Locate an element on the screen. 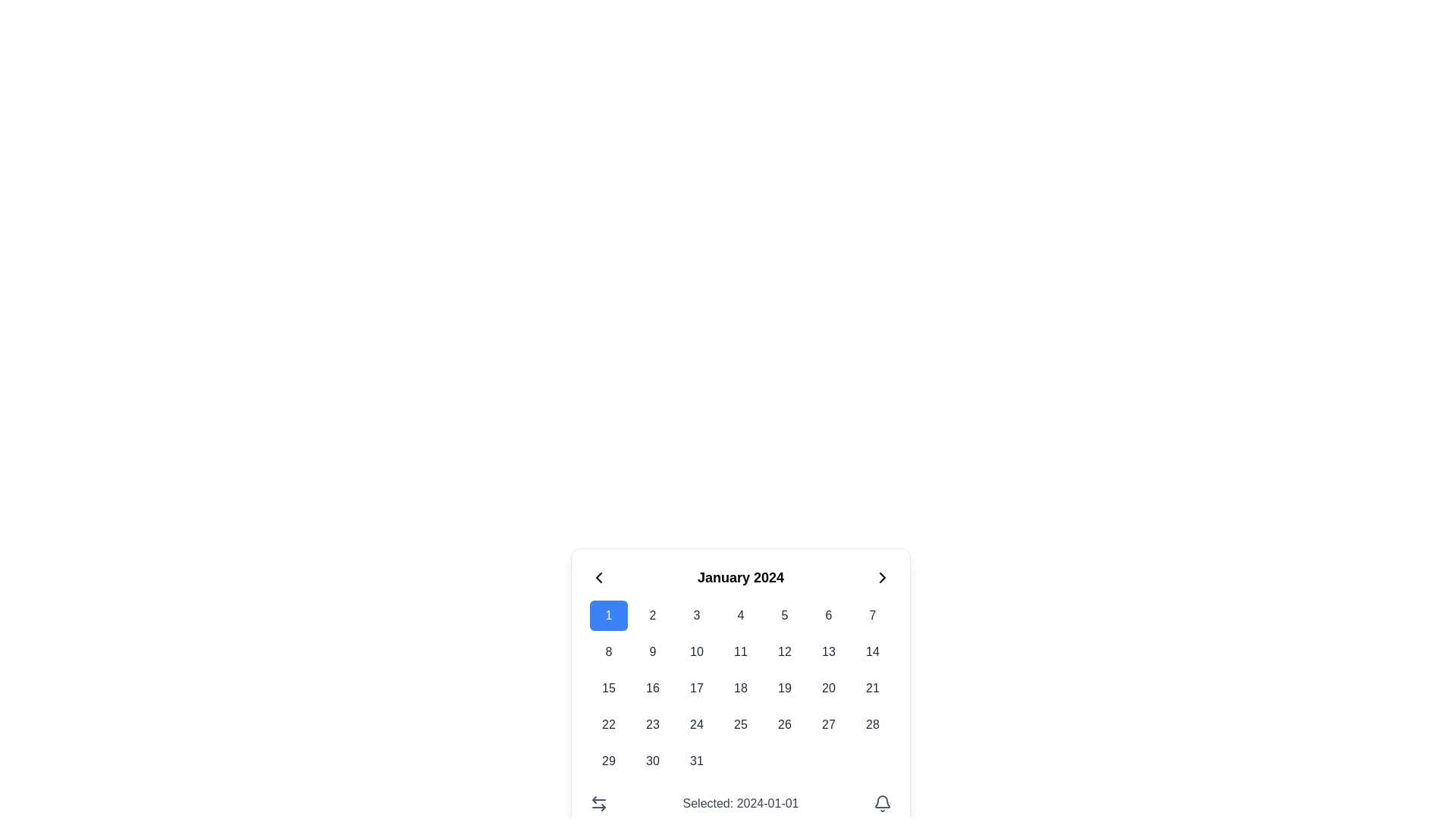  the calendar day cell displaying the number '24' is located at coordinates (695, 724).